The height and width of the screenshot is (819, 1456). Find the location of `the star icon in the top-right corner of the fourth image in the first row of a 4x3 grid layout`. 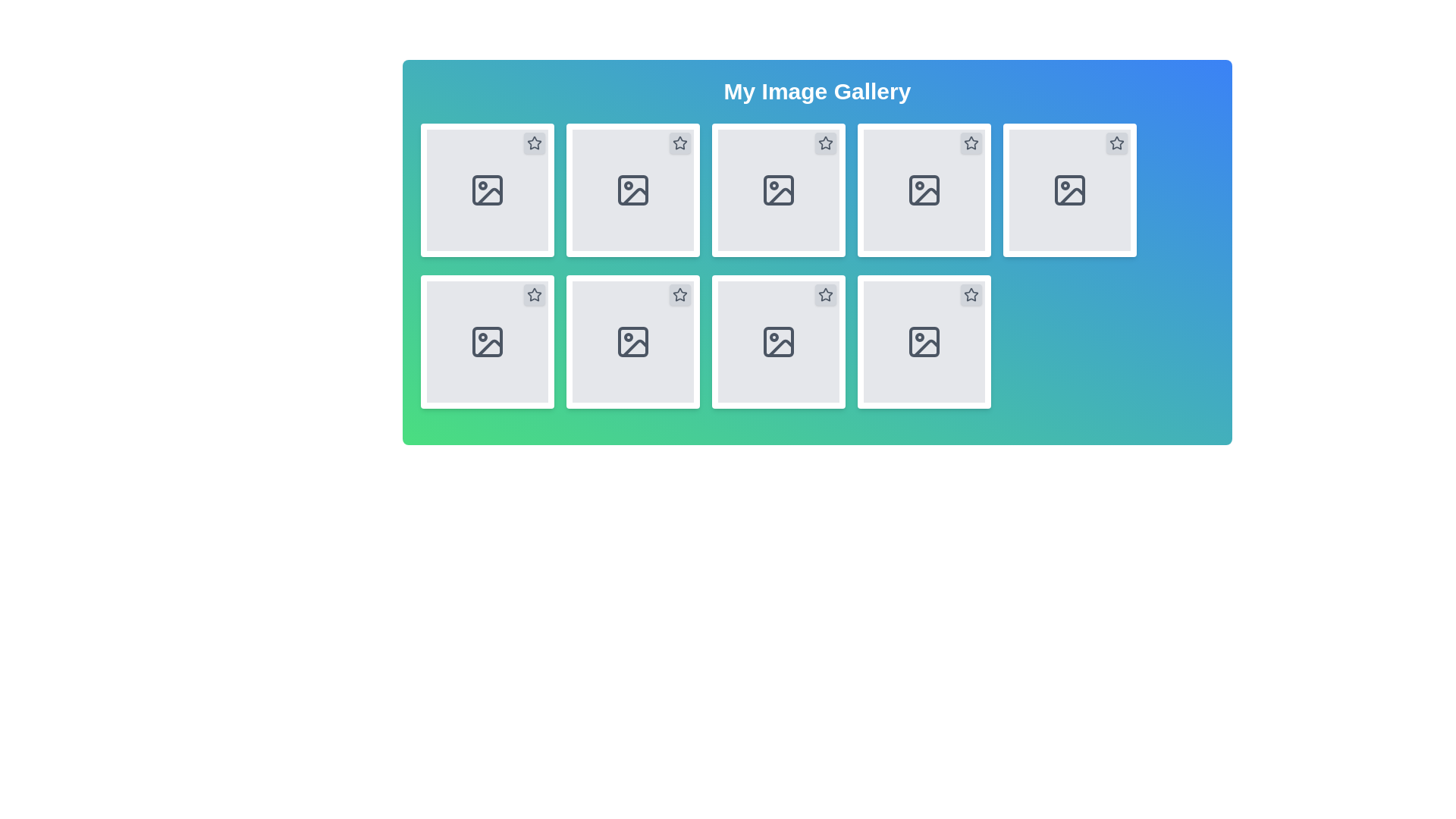

the star icon in the top-right corner of the fourth image in the first row of a 4x3 grid layout is located at coordinates (824, 143).